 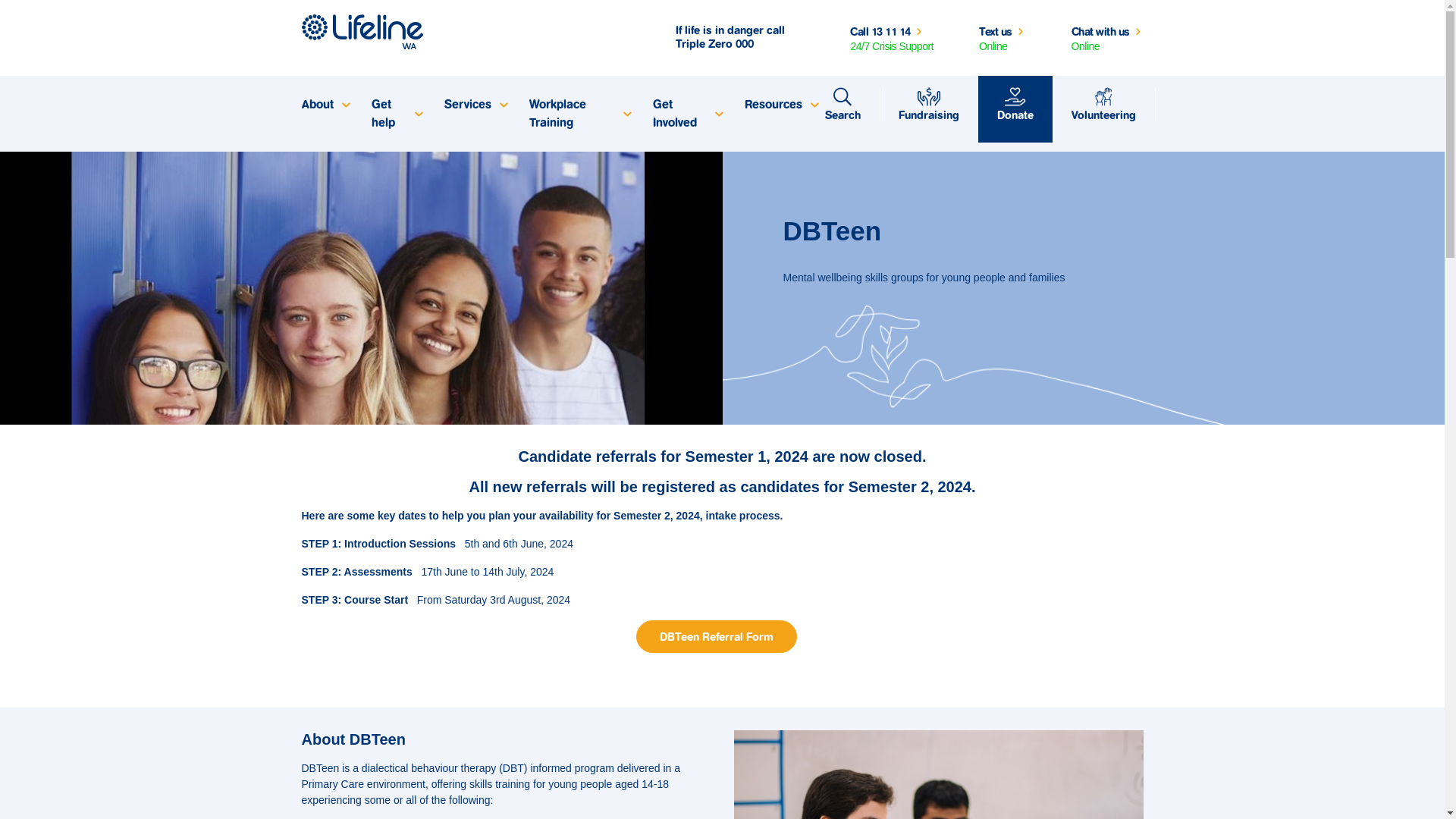 What do you see at coordinates (1002, 37) in the screenshot?
I see `'Text us` at bounding box center [1002, 37].